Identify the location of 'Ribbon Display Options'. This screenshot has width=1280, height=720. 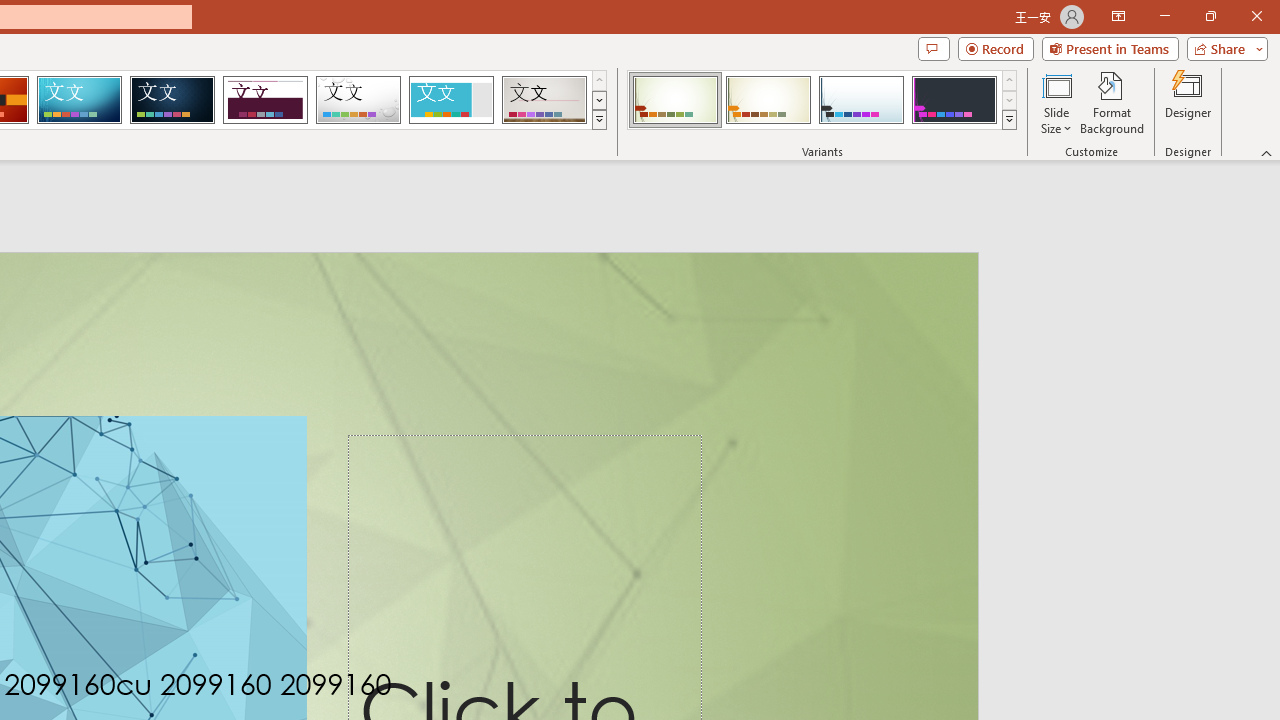
(1117, 16).